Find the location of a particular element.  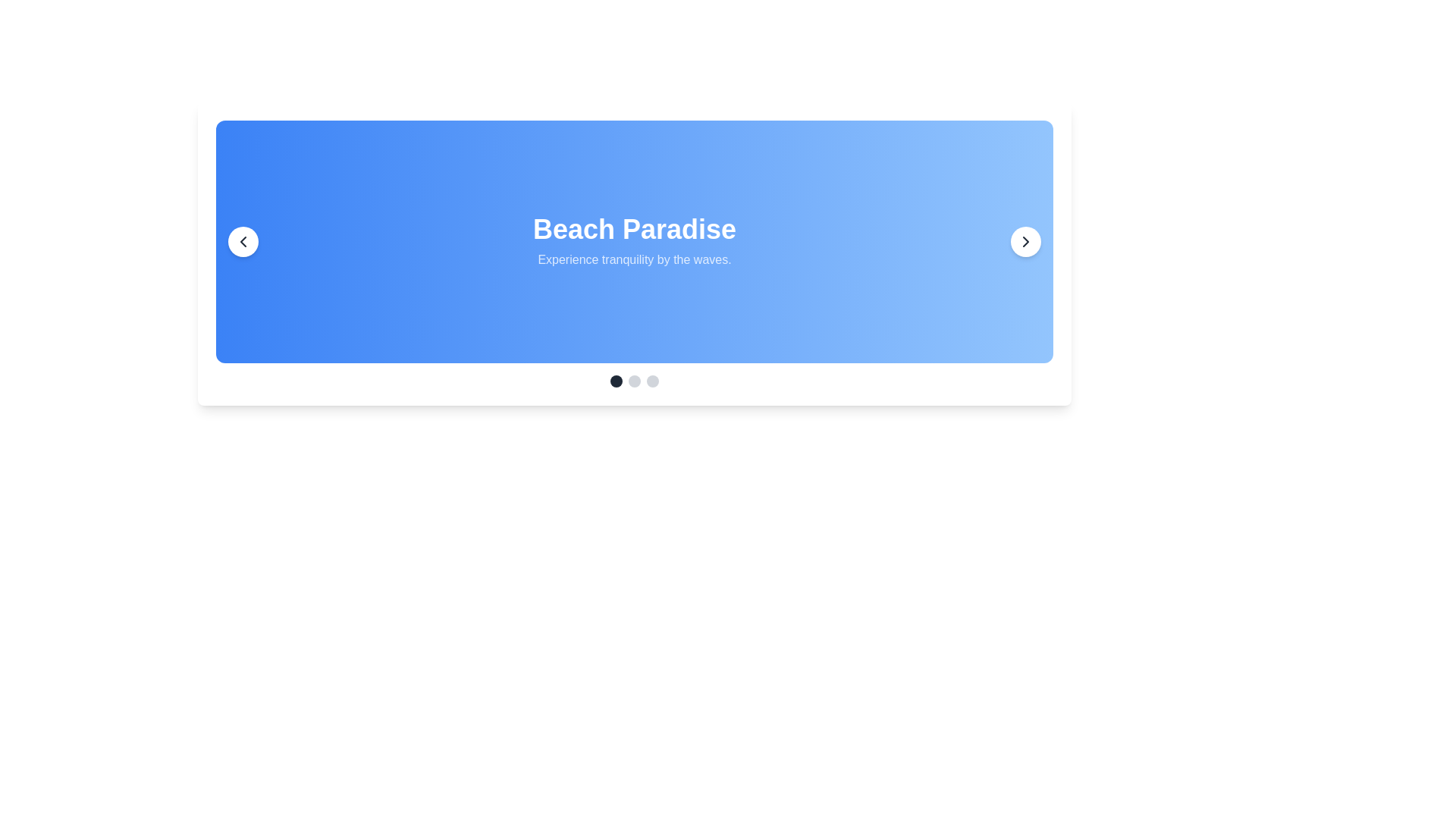

the circular button with a white background and right-facing chevron icon is located at coordinates (1026, 241).